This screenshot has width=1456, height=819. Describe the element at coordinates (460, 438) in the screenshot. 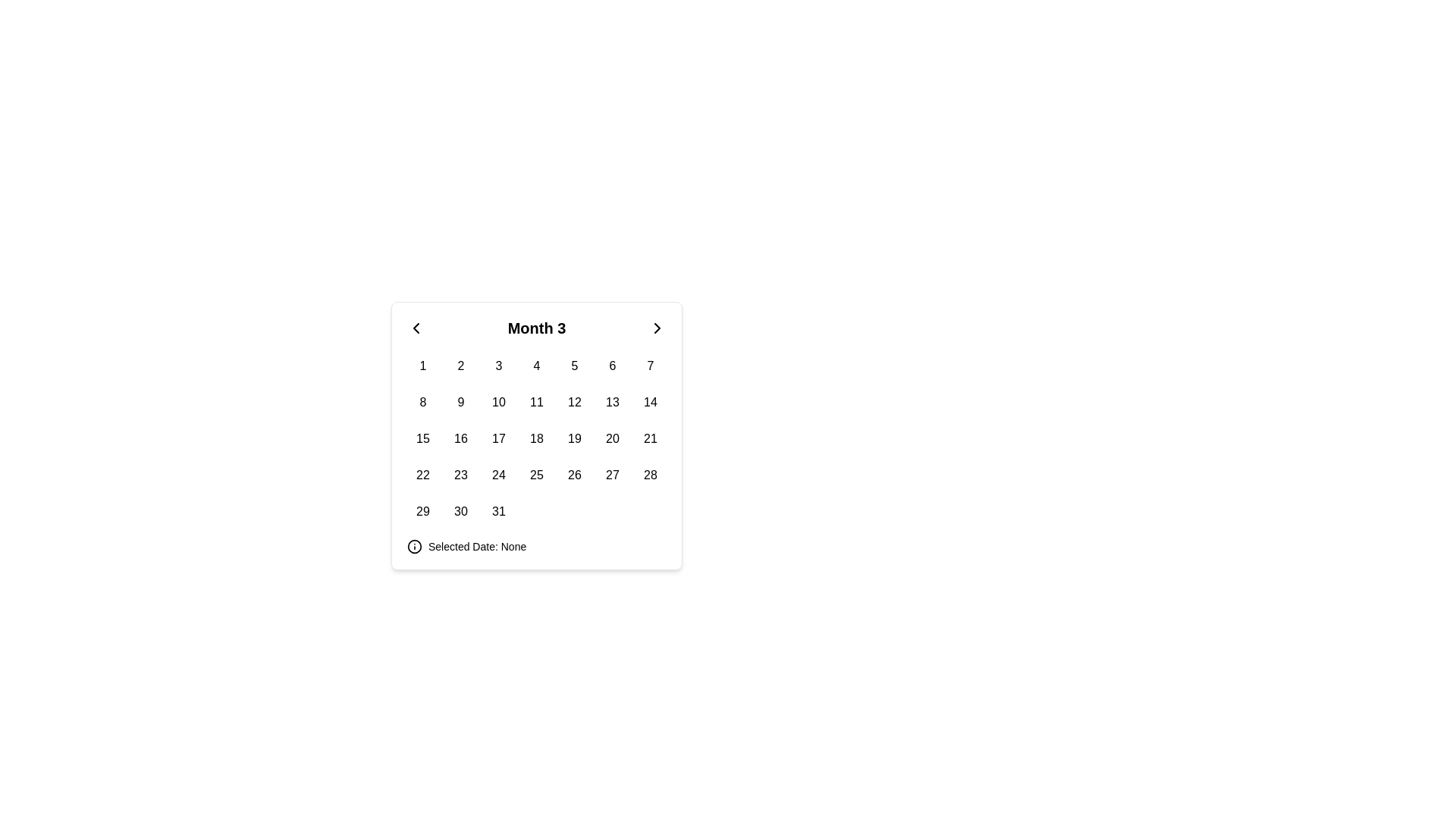

I see `the button representing the 16th day of the month in the calendar view for keyboard interaction` at that location.